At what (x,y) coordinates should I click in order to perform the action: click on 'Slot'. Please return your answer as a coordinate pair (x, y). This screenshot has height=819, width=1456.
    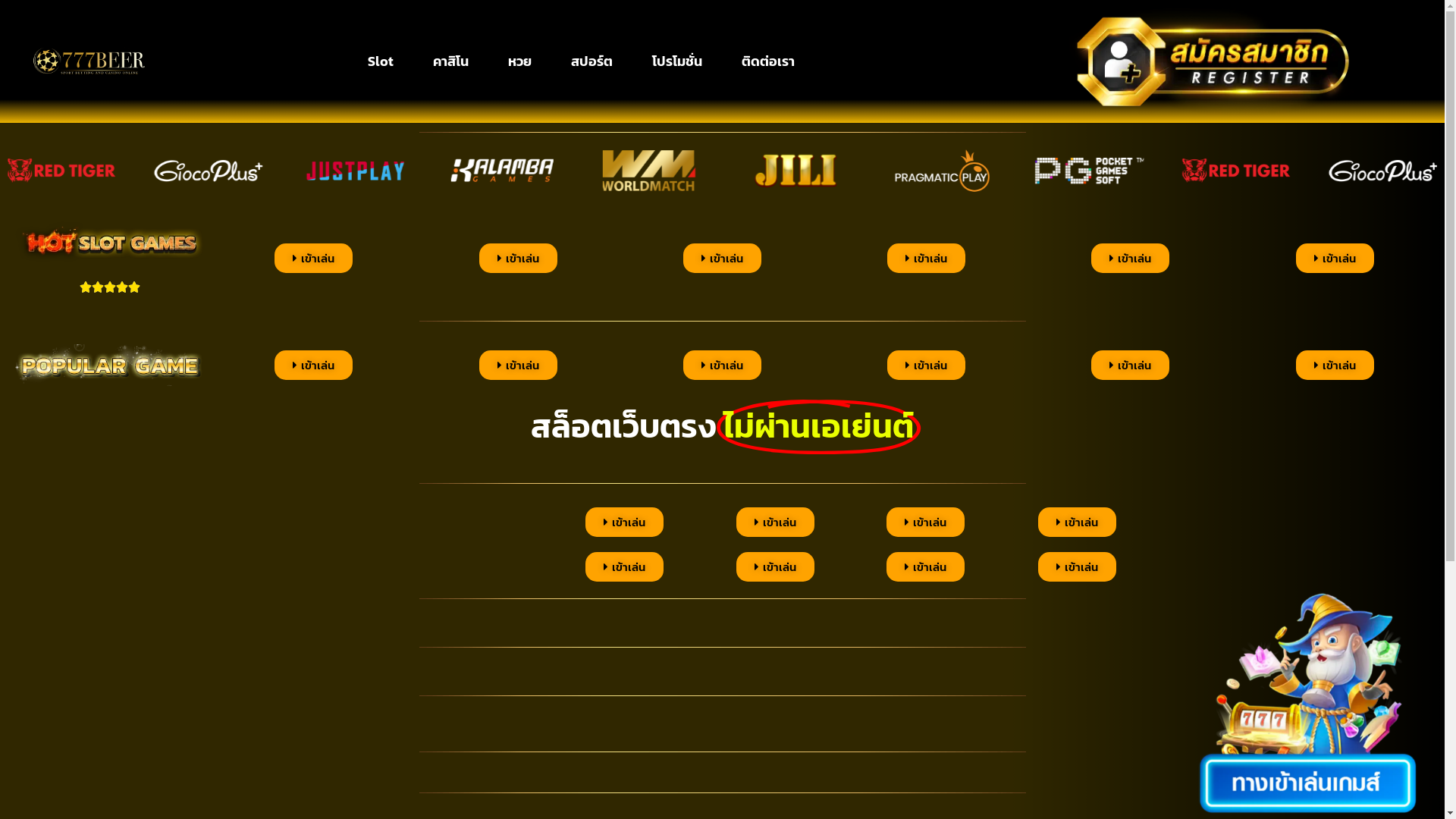
    Looking at the image, I should click on (381, 61).